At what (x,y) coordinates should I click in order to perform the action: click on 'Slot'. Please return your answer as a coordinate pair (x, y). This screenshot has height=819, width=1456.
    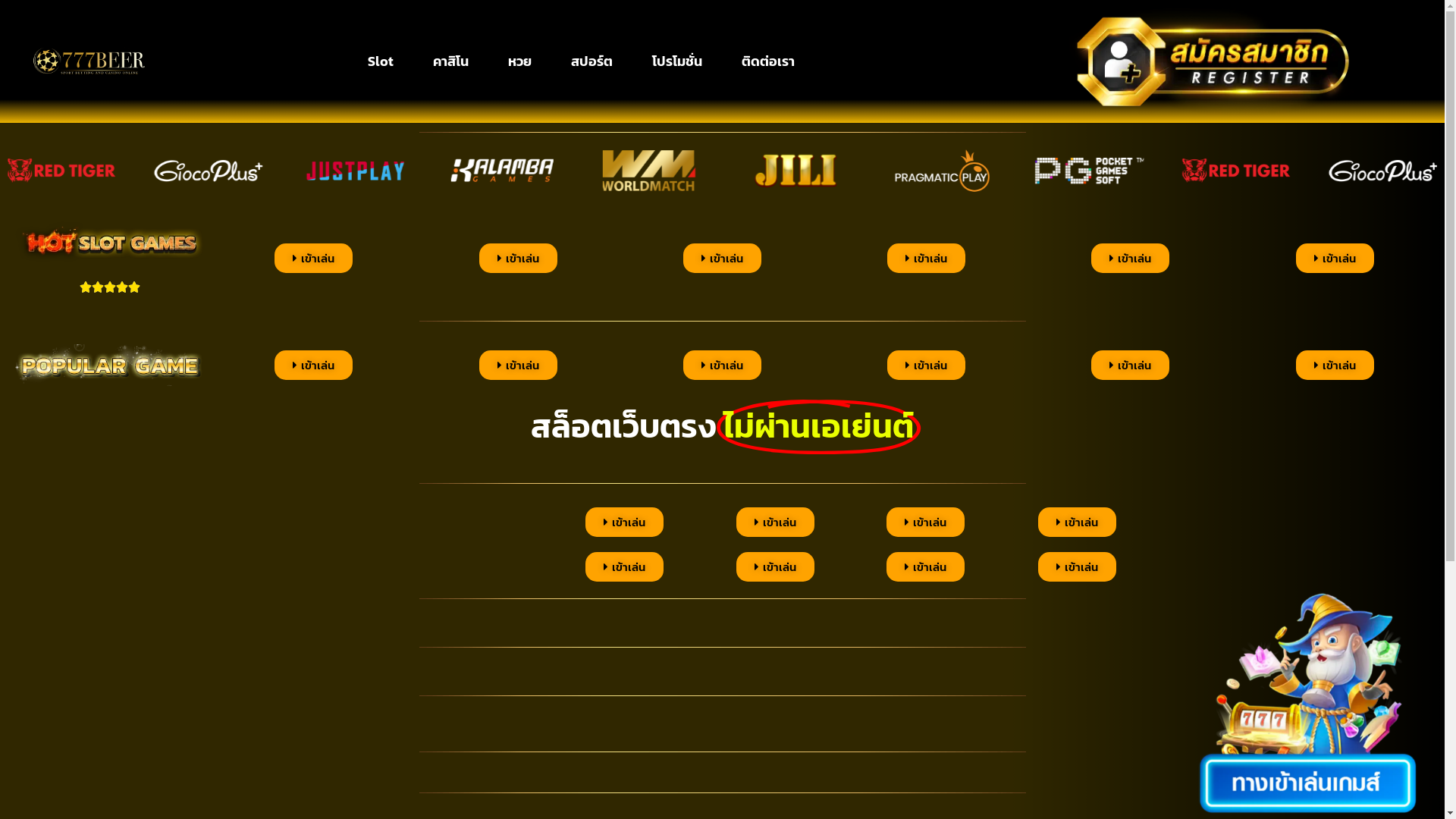
    Looking at the image, I should click on (381, 61).